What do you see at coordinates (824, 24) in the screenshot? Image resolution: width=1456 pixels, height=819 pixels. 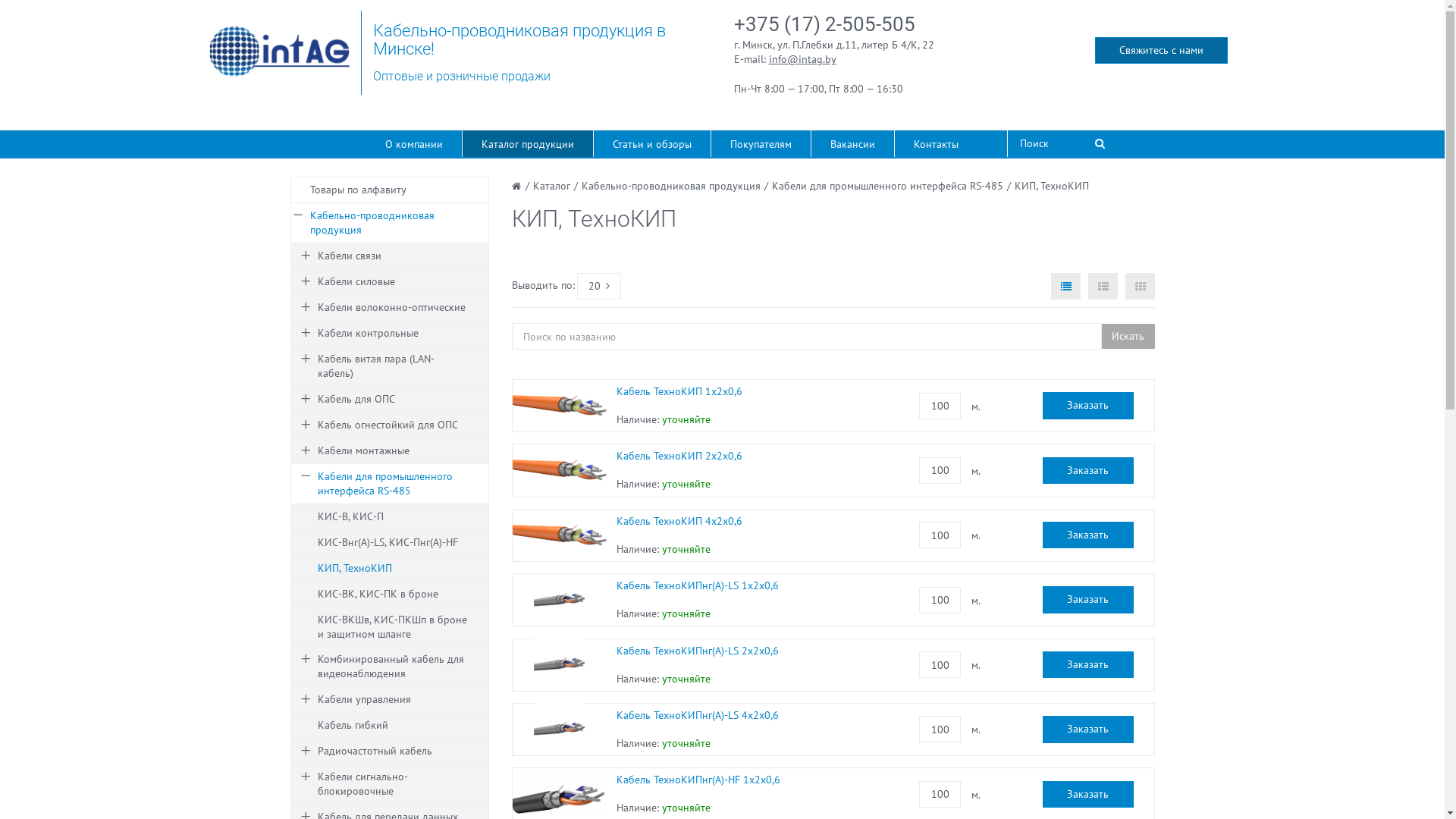 I see `'+375 (17) 2-505-505'` at bounding box center [824, 24].